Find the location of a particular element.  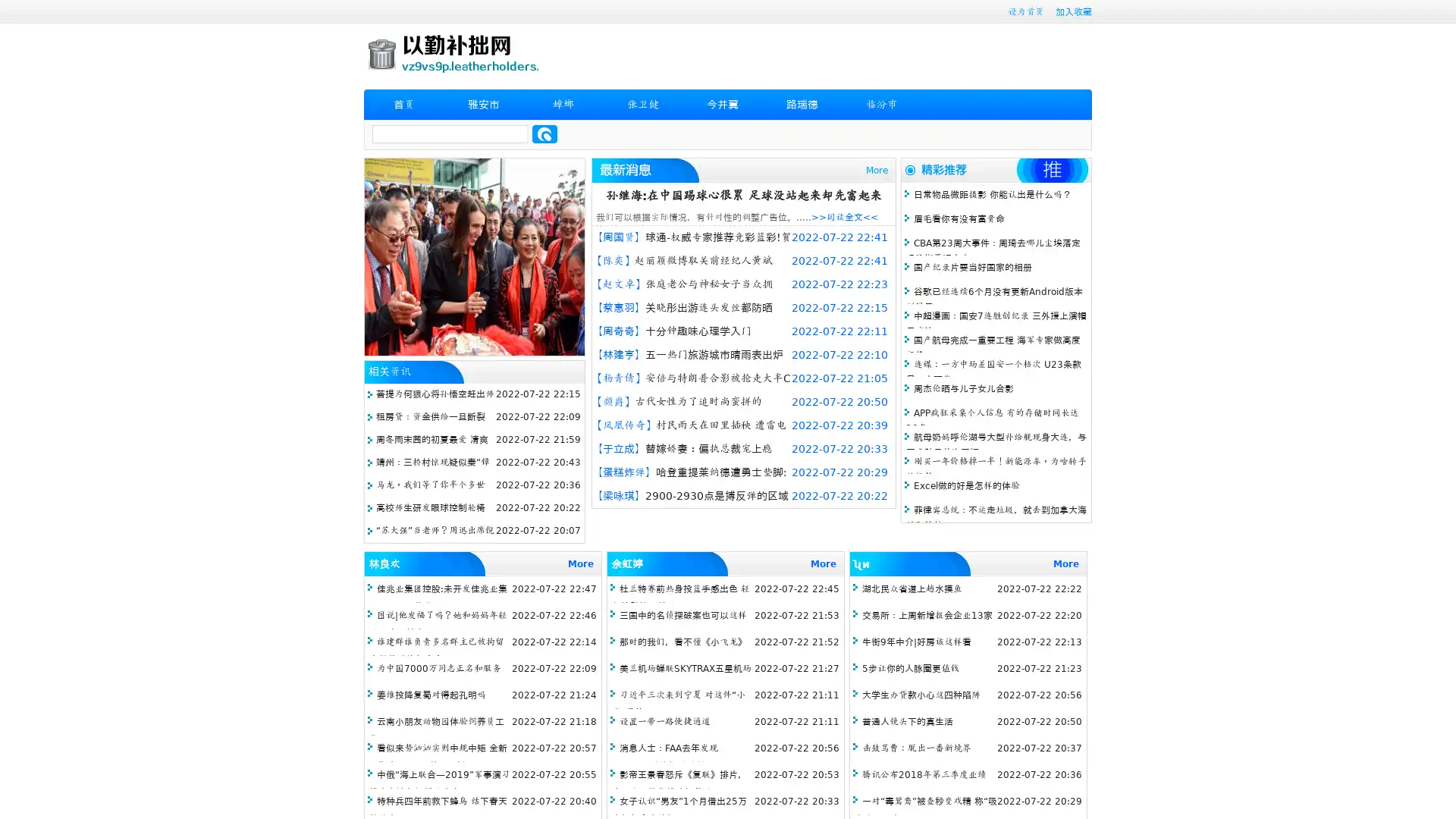

Search is located at coordinates (544, 133).